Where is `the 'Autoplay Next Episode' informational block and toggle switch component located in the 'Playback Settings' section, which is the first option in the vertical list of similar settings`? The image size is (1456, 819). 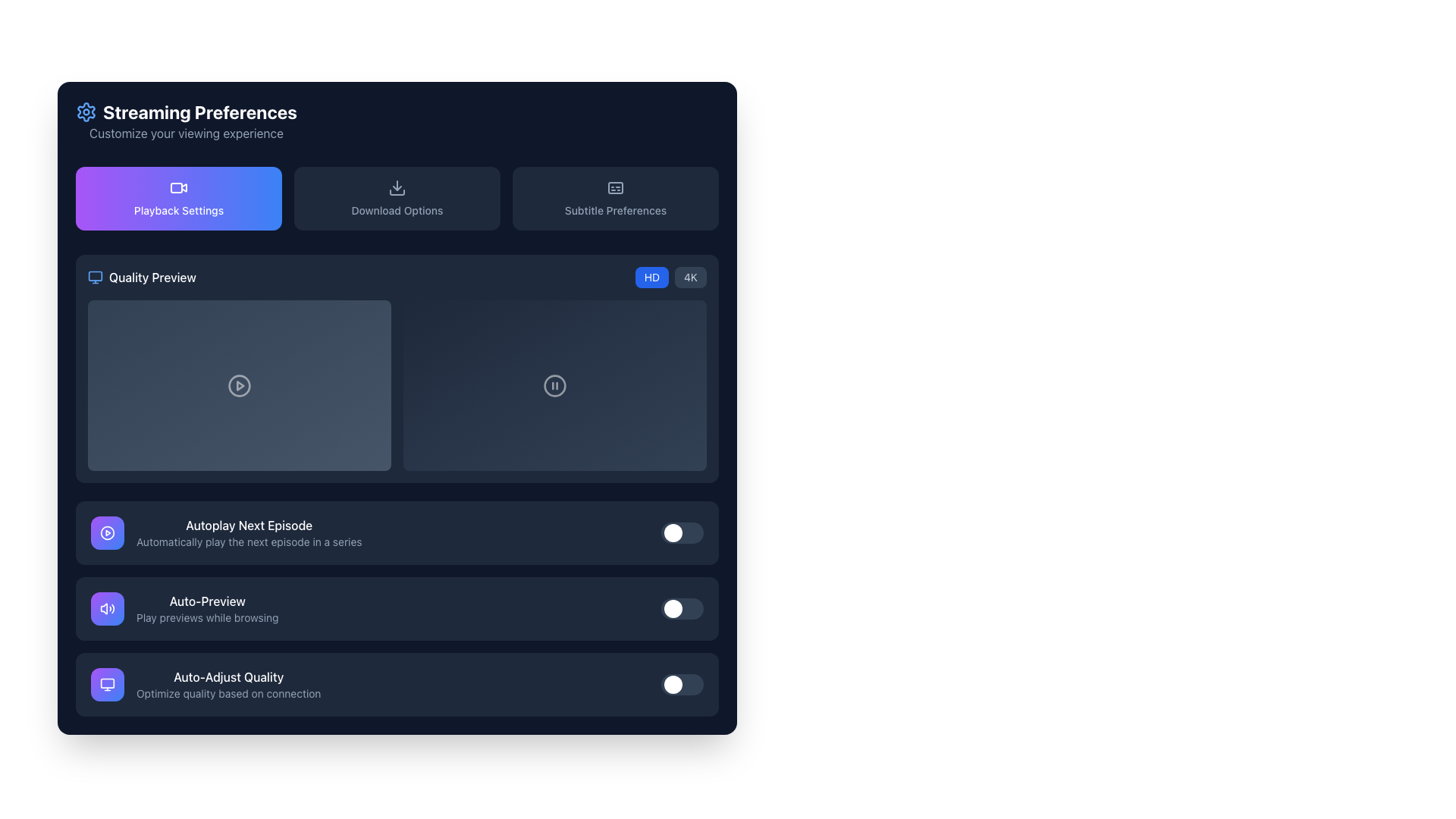
the 'Autoplay Next Episode' informational block and toggle switch component located in the 'Playback Settings' section, which is the first option in the vertical list of similar settings is located at coordinates (225, 532).